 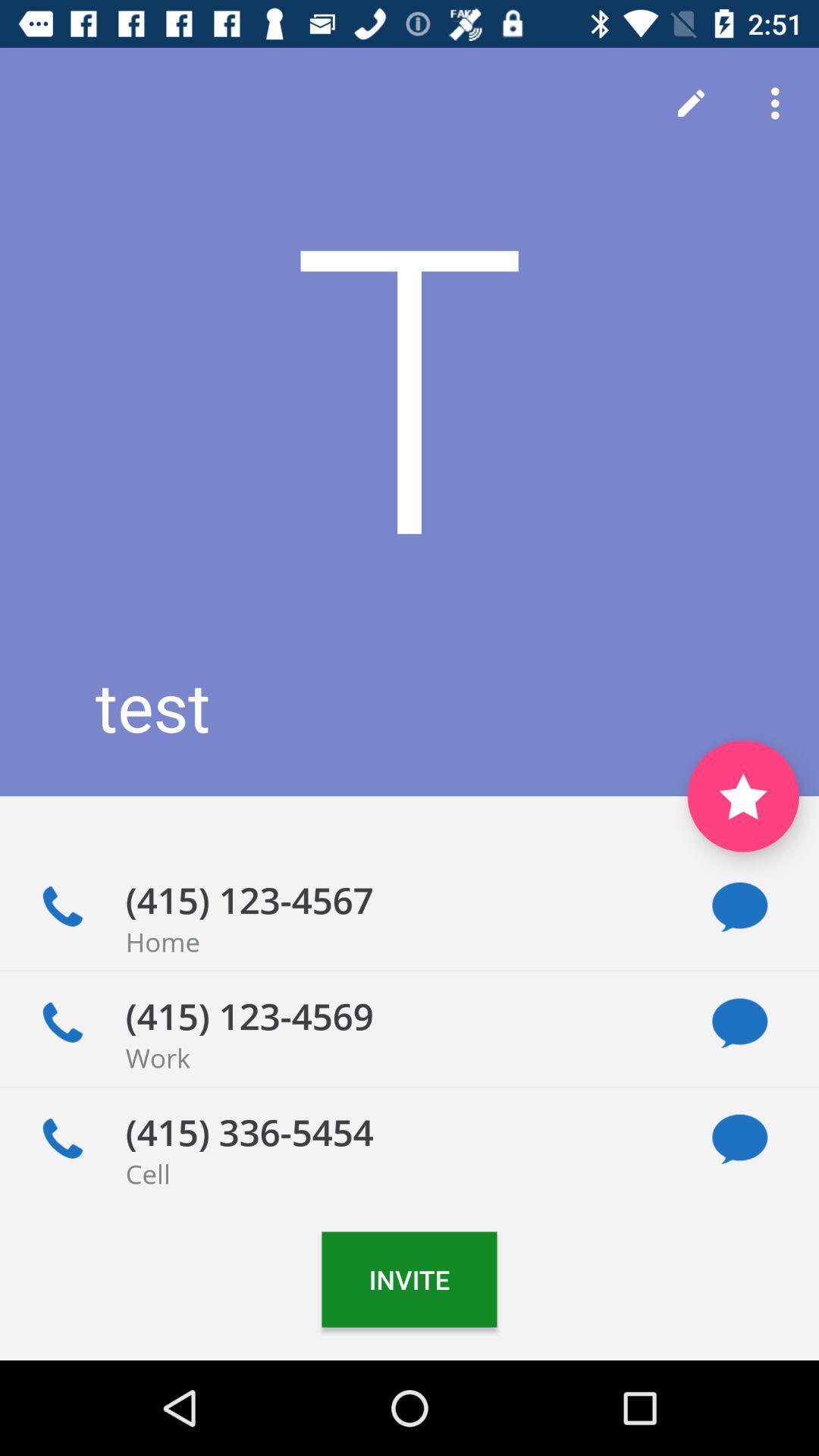 What do you see at coordinates (61, 1023) in the screenshot?
I see `call this number` at bounding box center [61, 1023].